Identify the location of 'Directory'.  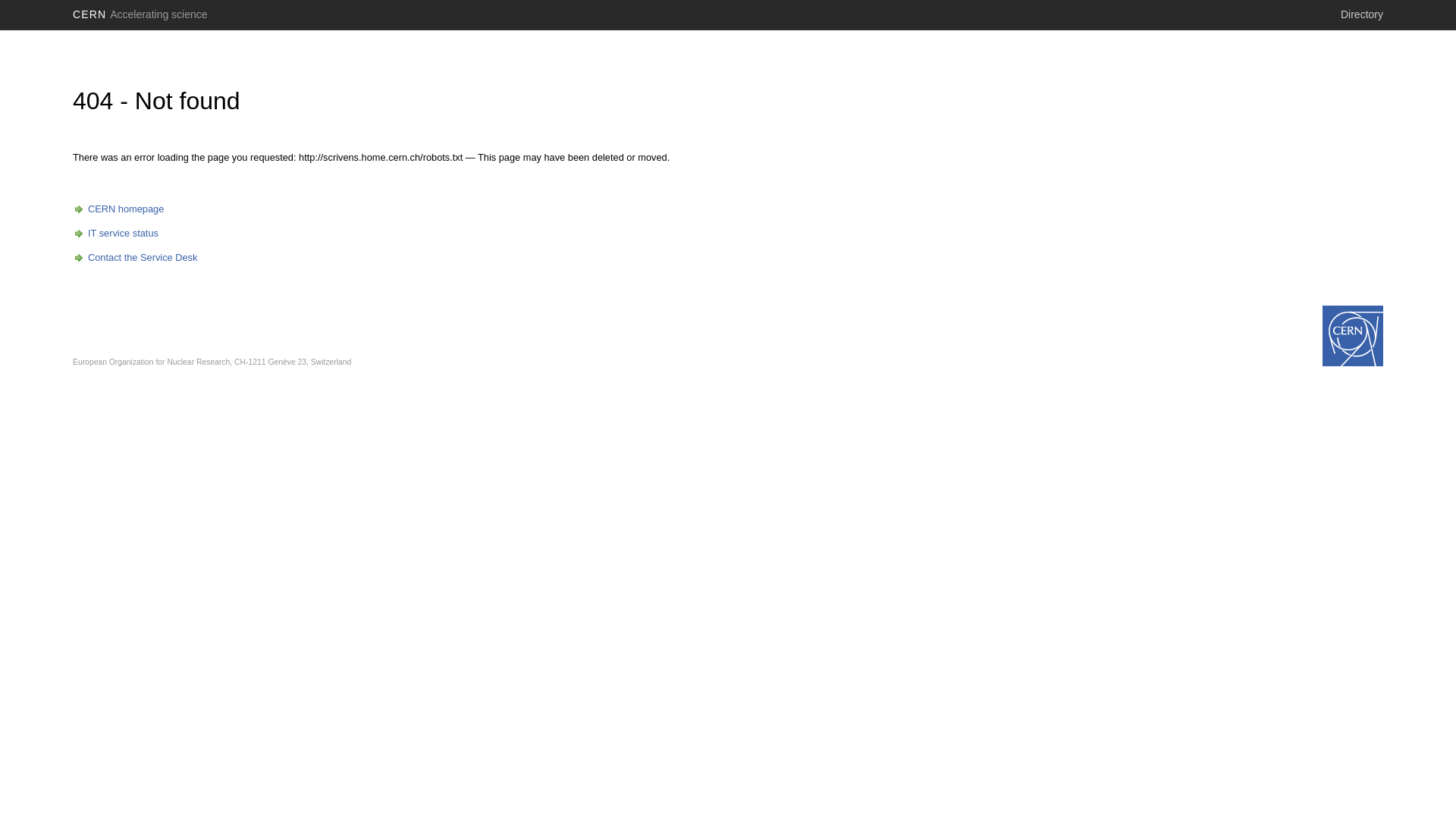
(1361, 14).